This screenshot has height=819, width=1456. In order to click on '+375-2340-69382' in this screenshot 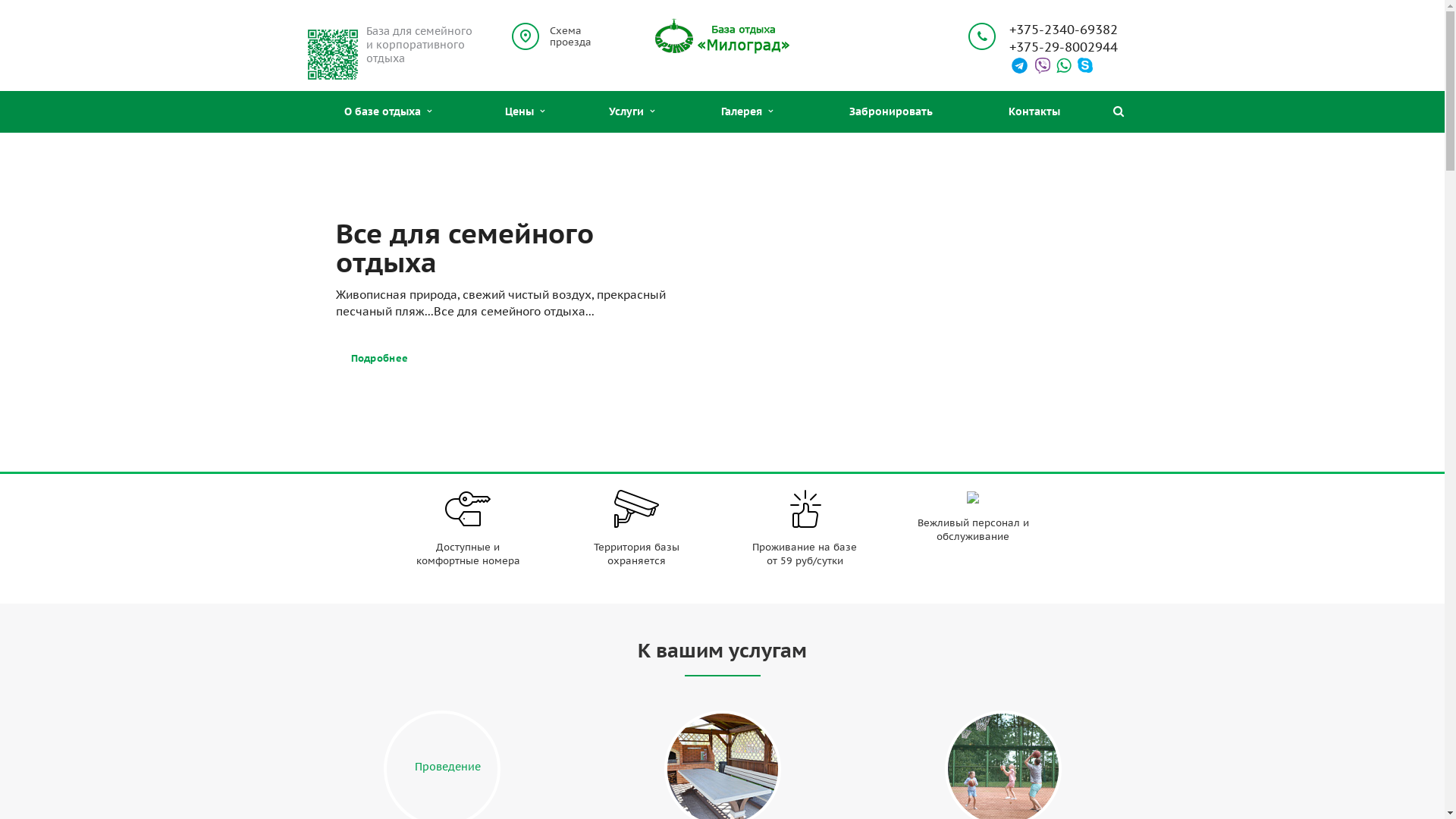, I will do `click(1062, 30)`.